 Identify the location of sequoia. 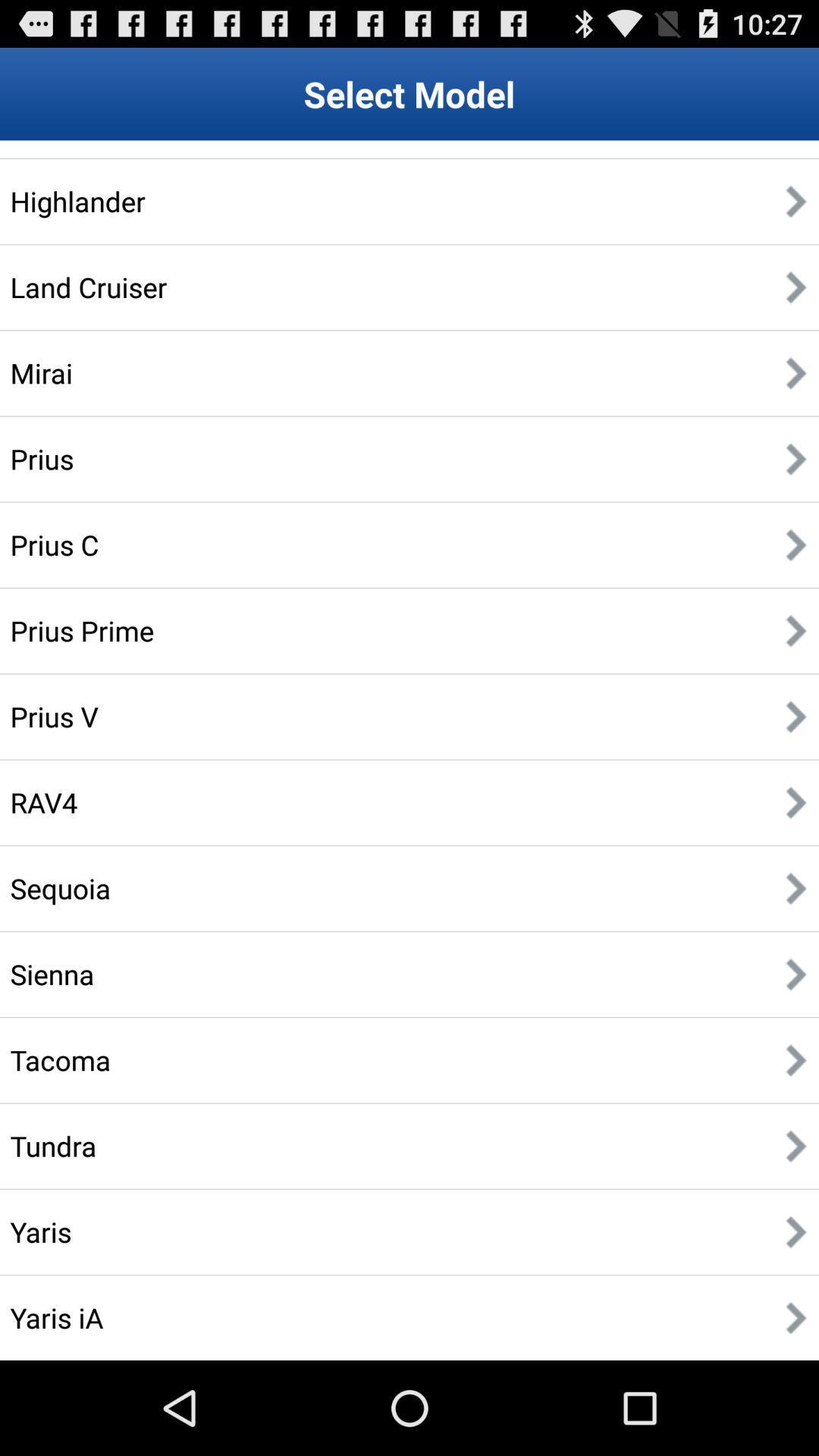
(59, 888).